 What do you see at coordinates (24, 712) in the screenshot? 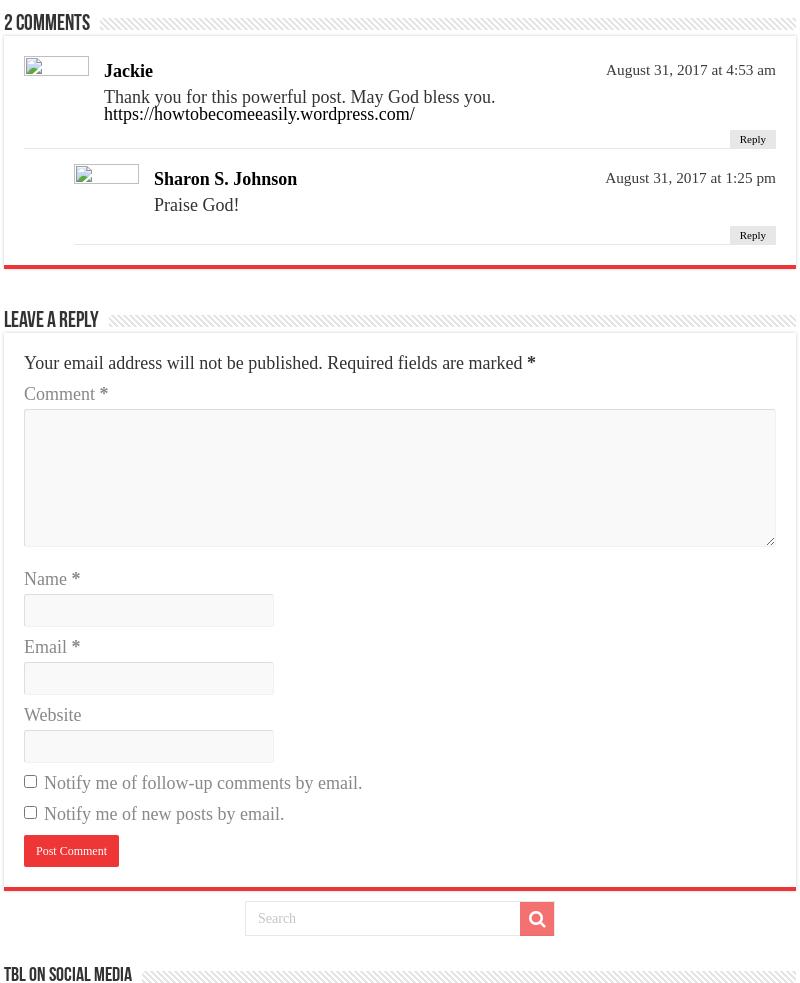
I see `'Website'` at bounding box center [24, 712].